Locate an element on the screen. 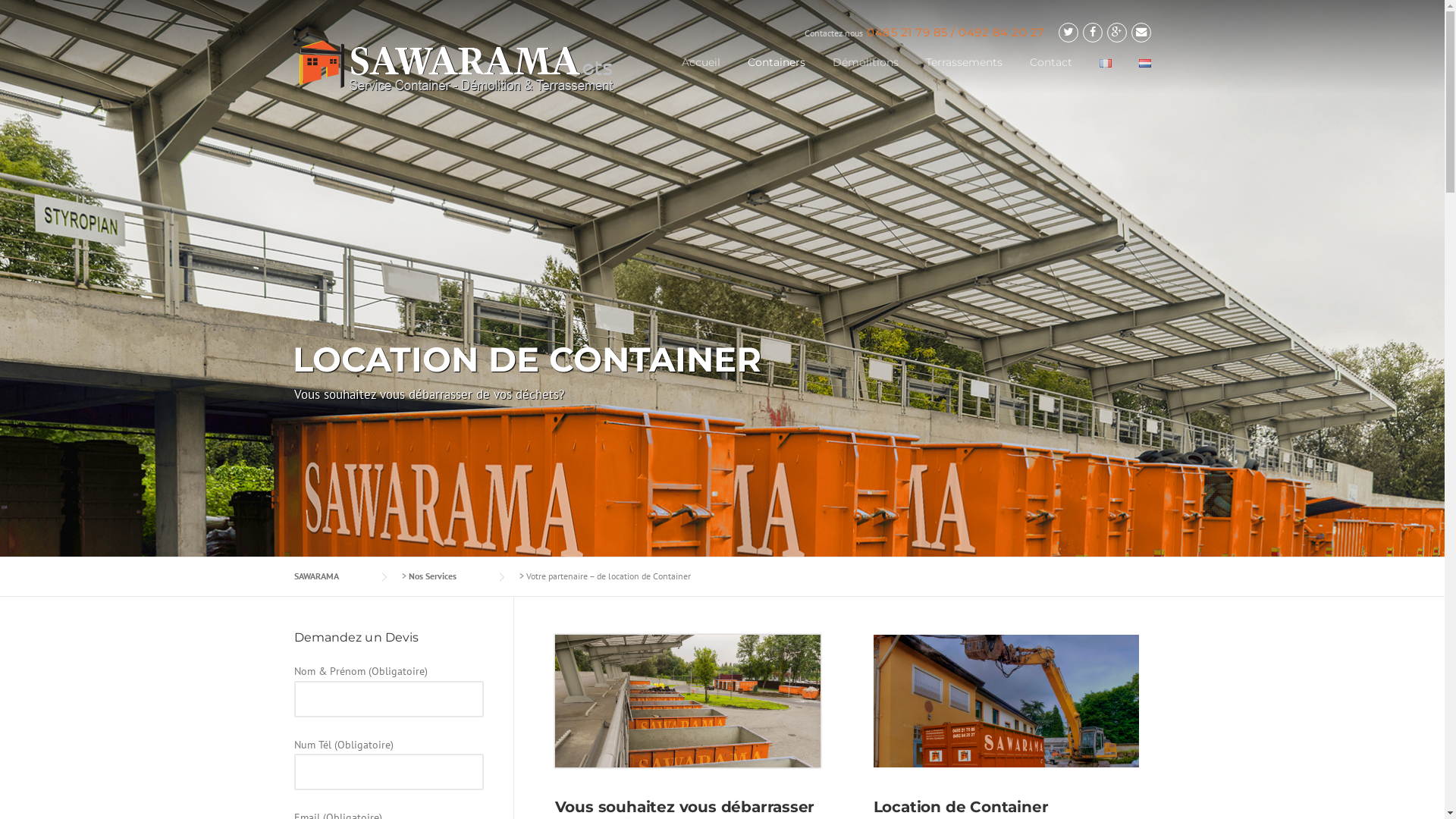  'Containers' is located at coordinates (776, 74).